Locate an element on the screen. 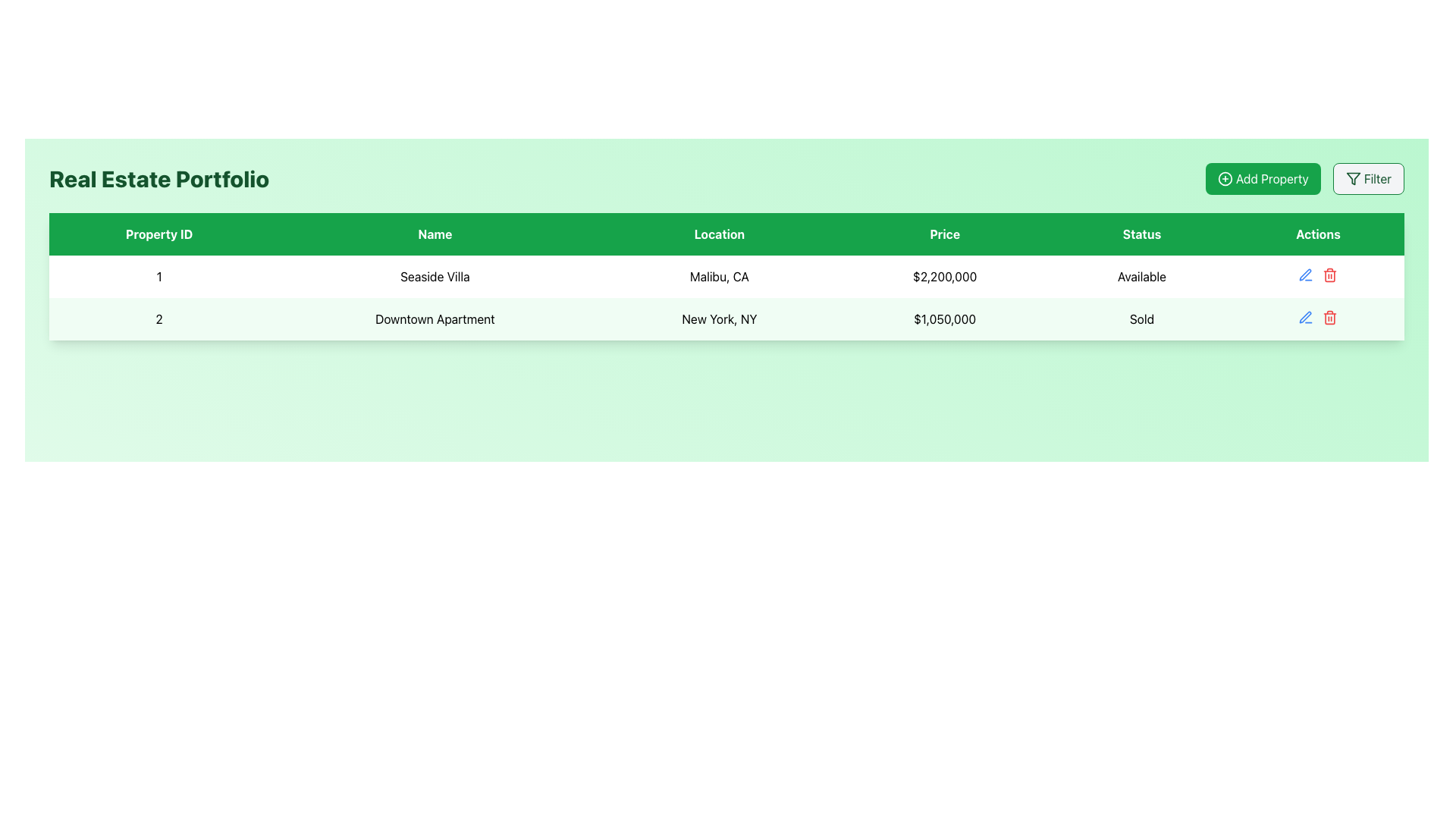 The width and height of the screenshot is (1456, 819). the Table Header Cell labeled 'Price', which is the fourth cell in the header row with a solid green background and white text is located at coordinates (944, 234).